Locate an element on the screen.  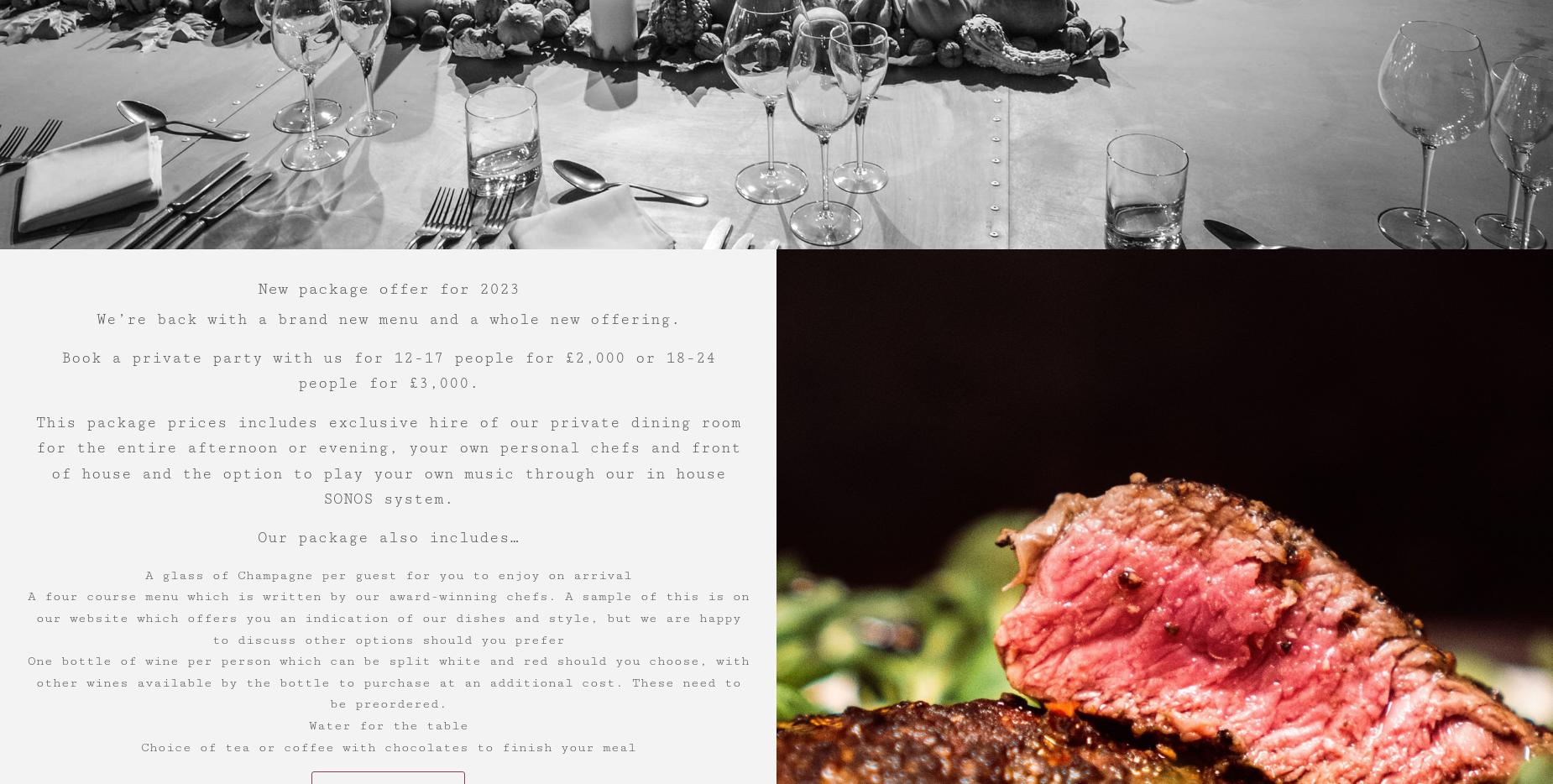
'A four course menu which is written by our award-winning chefs. A sample of this is on our website which offers you an indication of our dishes and style, but we are happy to discuss other options should you prefer' is located at coordinates (386, 617).